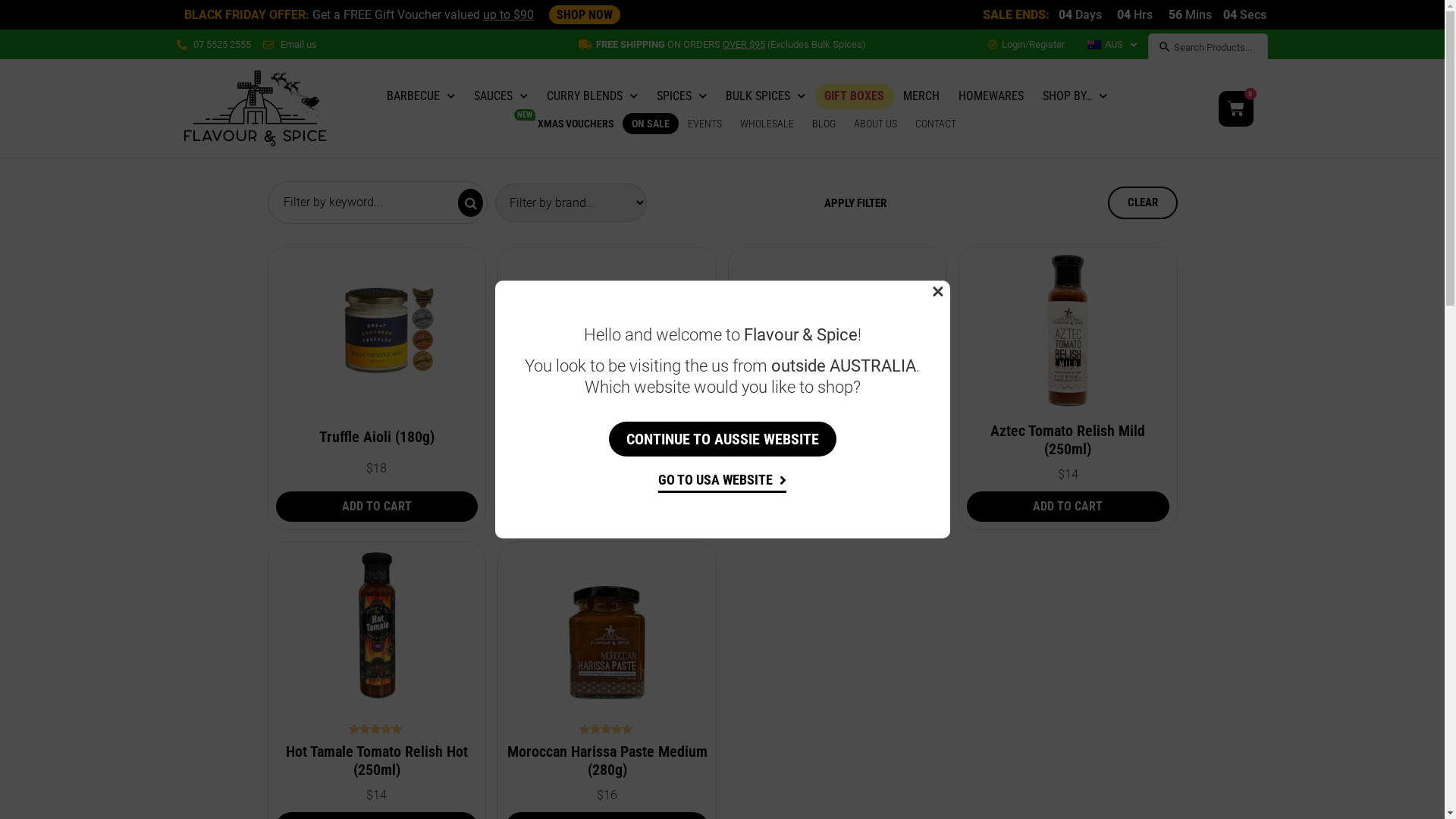 This screenshot has width=1456, height=819. What do you see at coordinates (1236, 108) in the screenshot?
I see `'0'` at bounding box center [1236, 108].